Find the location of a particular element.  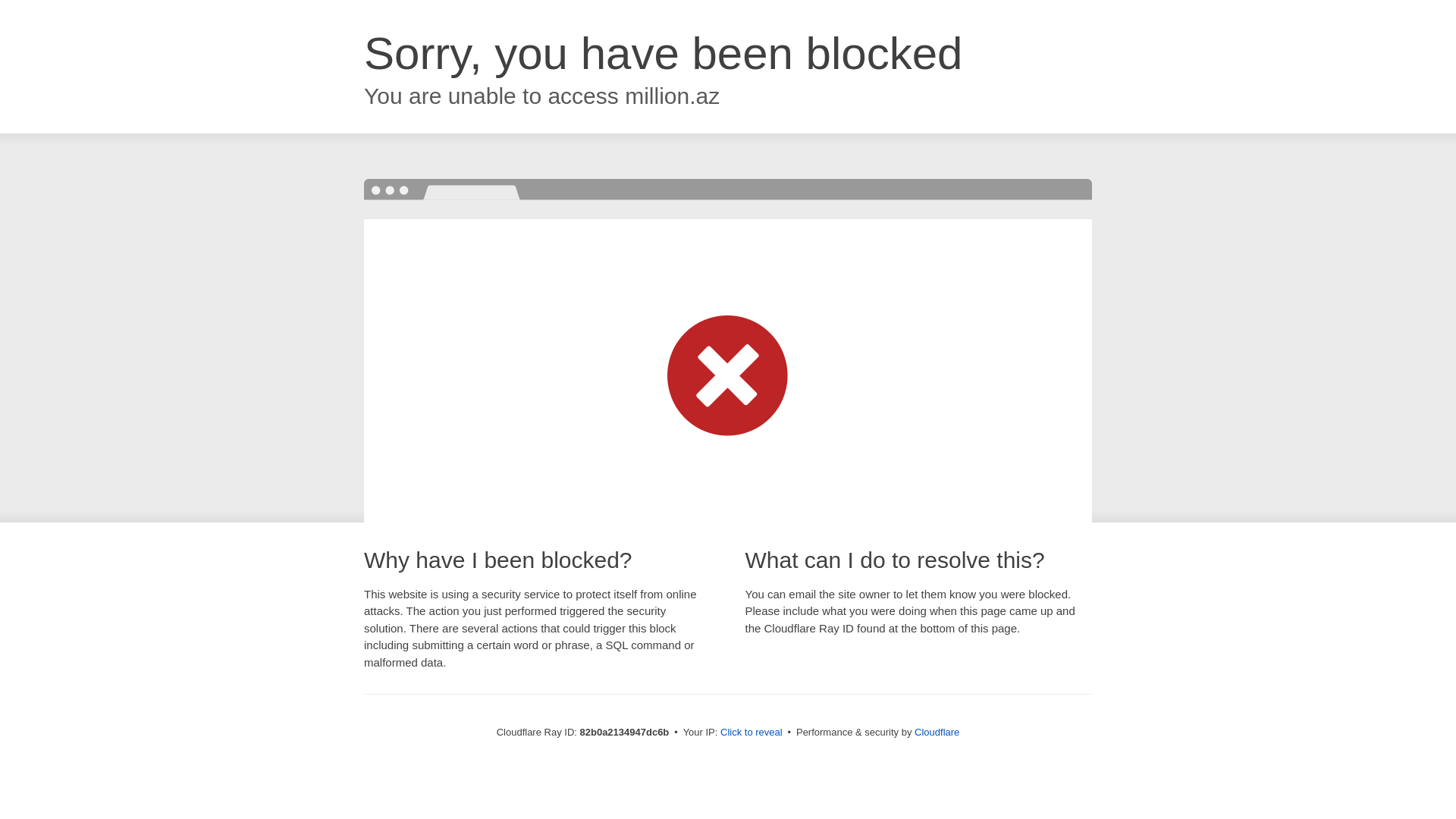

'Cloudflare' is located at coordinates (936, 731).